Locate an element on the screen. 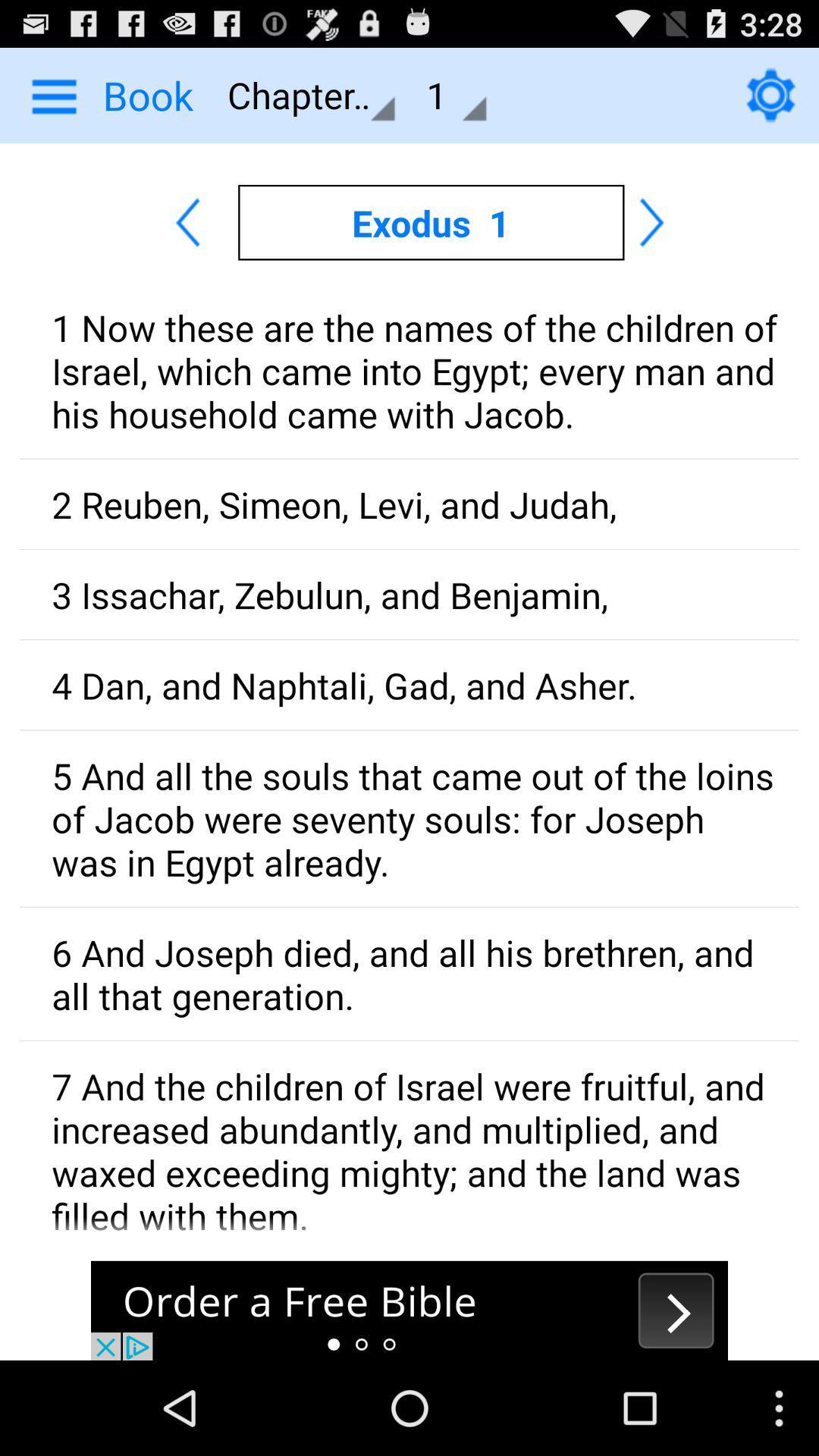 The image size is (819, 1456). settings option is located at coordinates (770, 94).